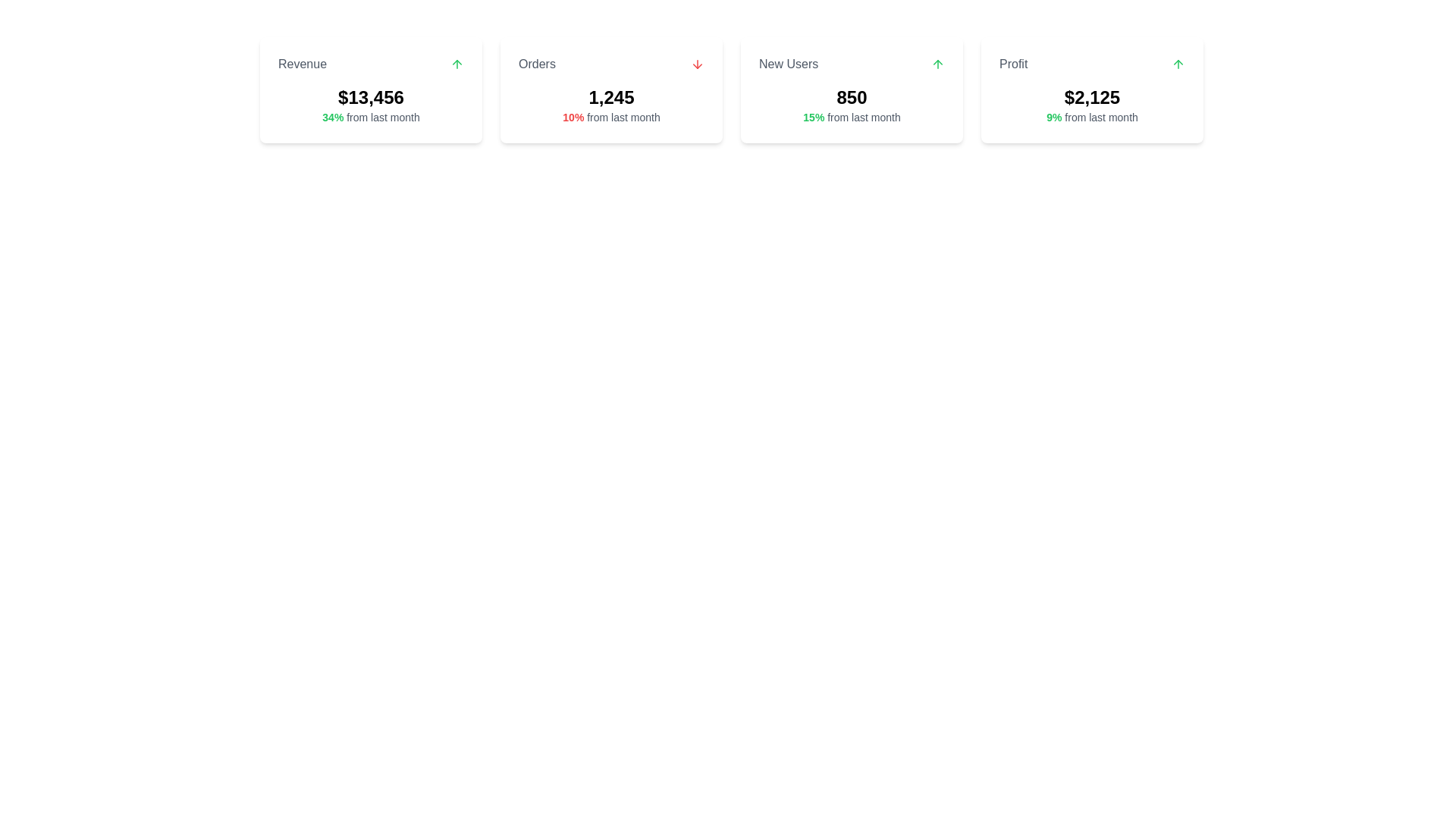 This screenshot has width=1456, height=819. What do you see at coordinates (573, 116) in the screenshot?
I see `the text element displaying '10%' in bold red font` at bounding box center [573, 116].